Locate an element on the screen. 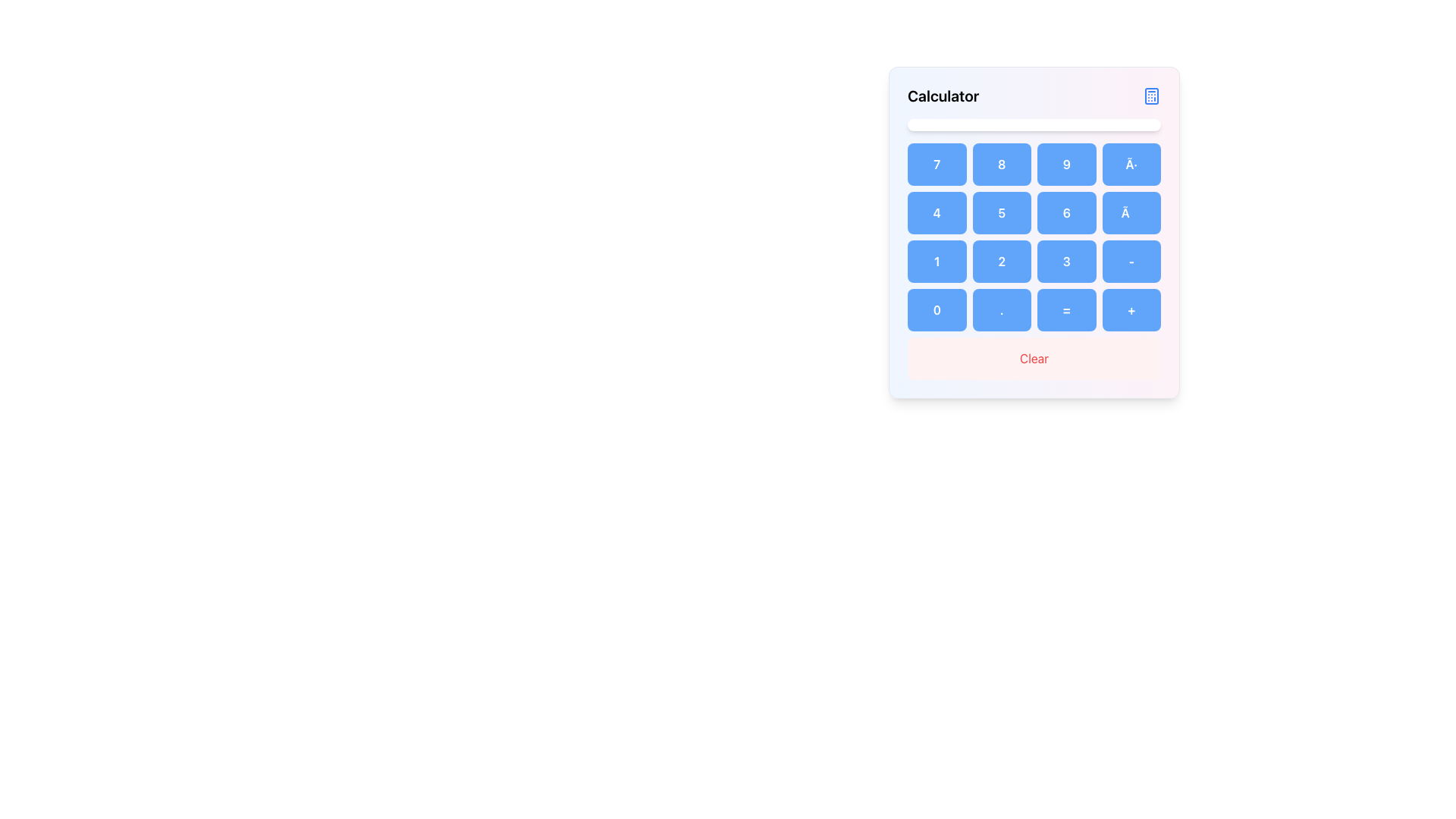  the visual design component in the upper-right corner of the calculator's button layout, which represents its outer boundary or housing is located at coordinates (1151, 96).